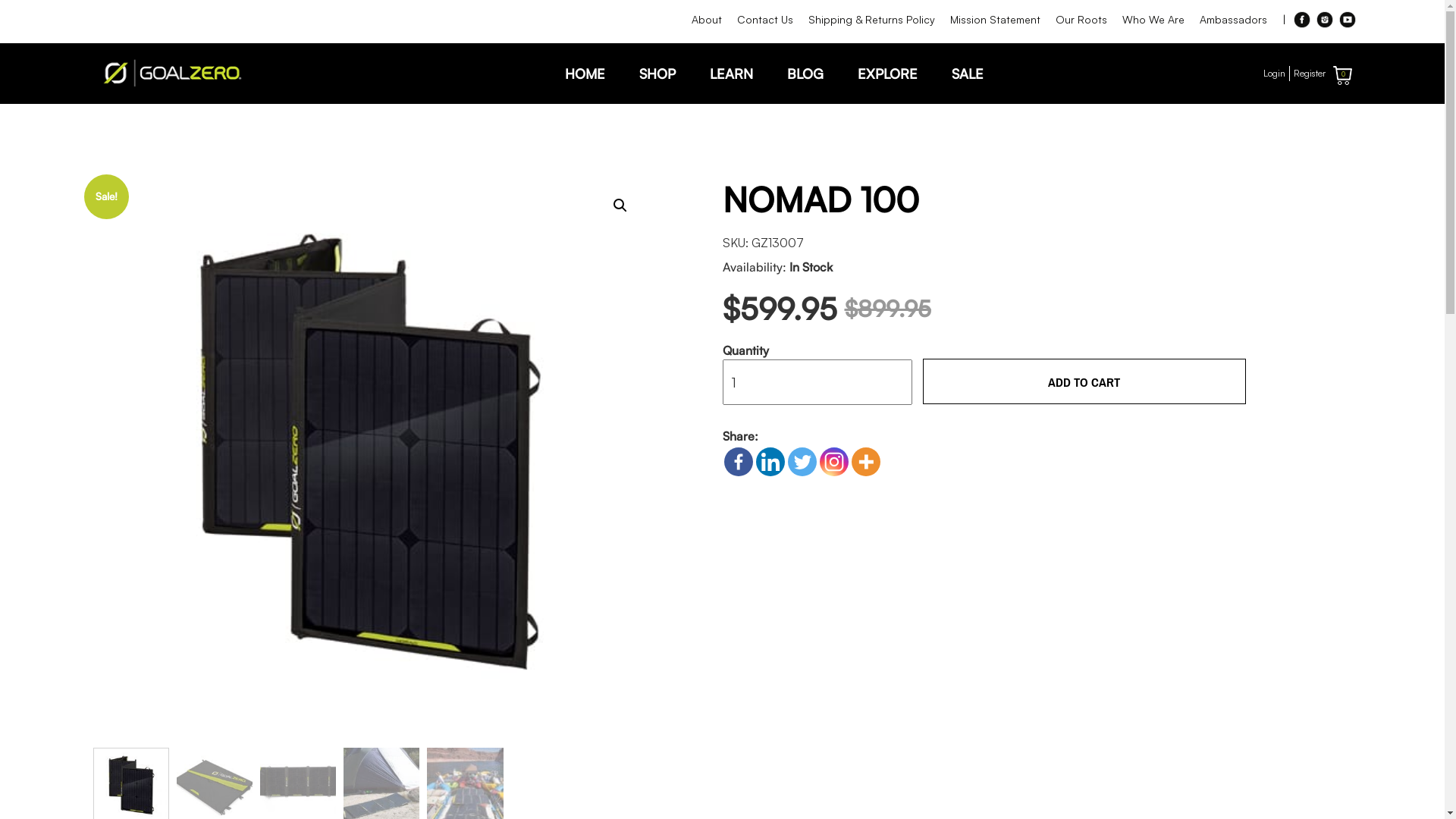 The height and width of the screenshot is (819, 1456). What do you see at coordinates (583, 73) in the screenshot?
I see `'HOME'` at bounding box center [583, 73].